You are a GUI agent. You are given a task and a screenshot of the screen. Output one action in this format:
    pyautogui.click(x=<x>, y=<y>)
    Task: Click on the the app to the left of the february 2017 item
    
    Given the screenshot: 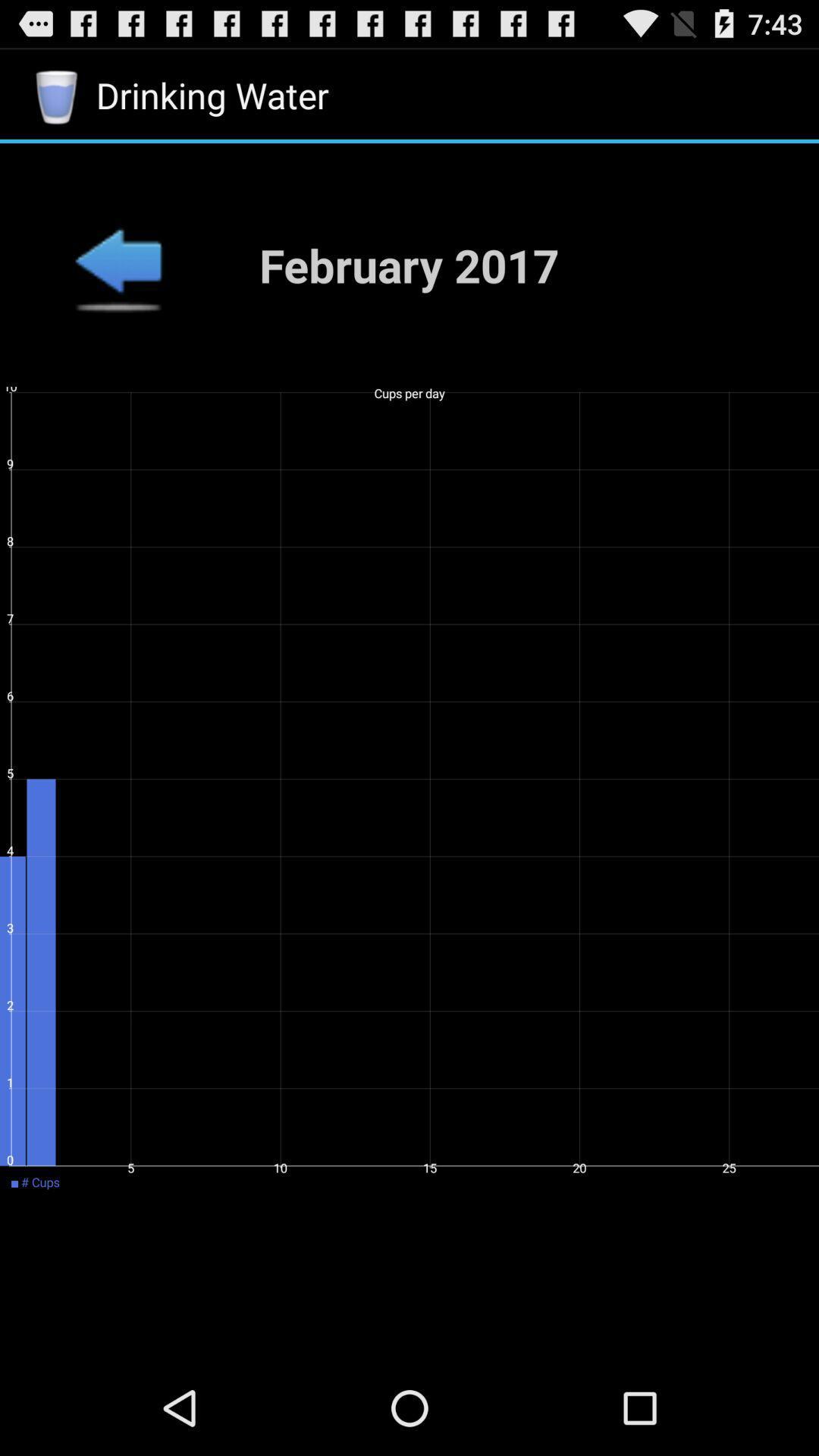 What is the action you would take?
    pyautogui.click(x=117, y=265)
    